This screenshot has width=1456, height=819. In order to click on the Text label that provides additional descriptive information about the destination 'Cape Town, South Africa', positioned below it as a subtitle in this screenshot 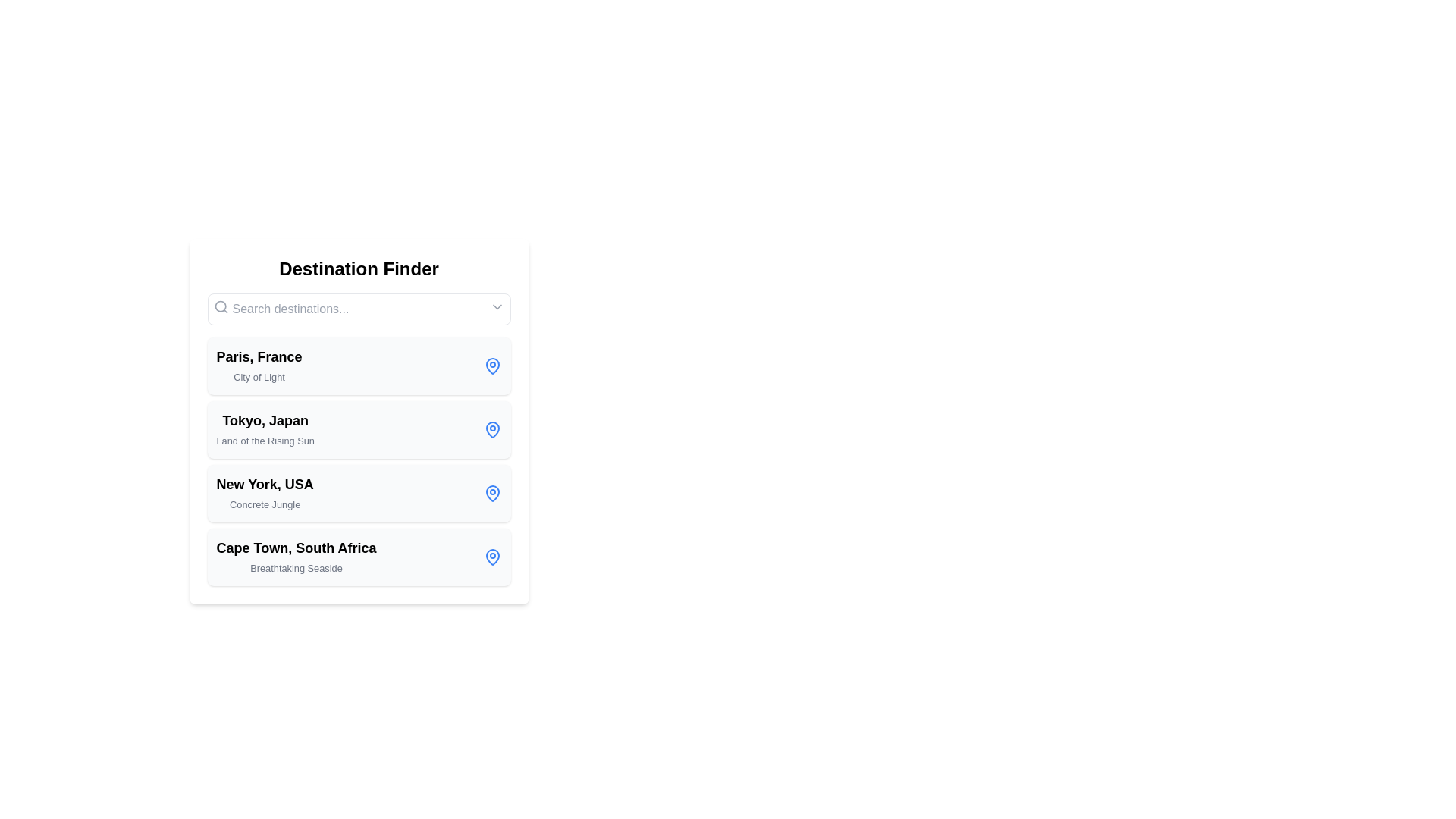, I will do `click(296, 568)`.